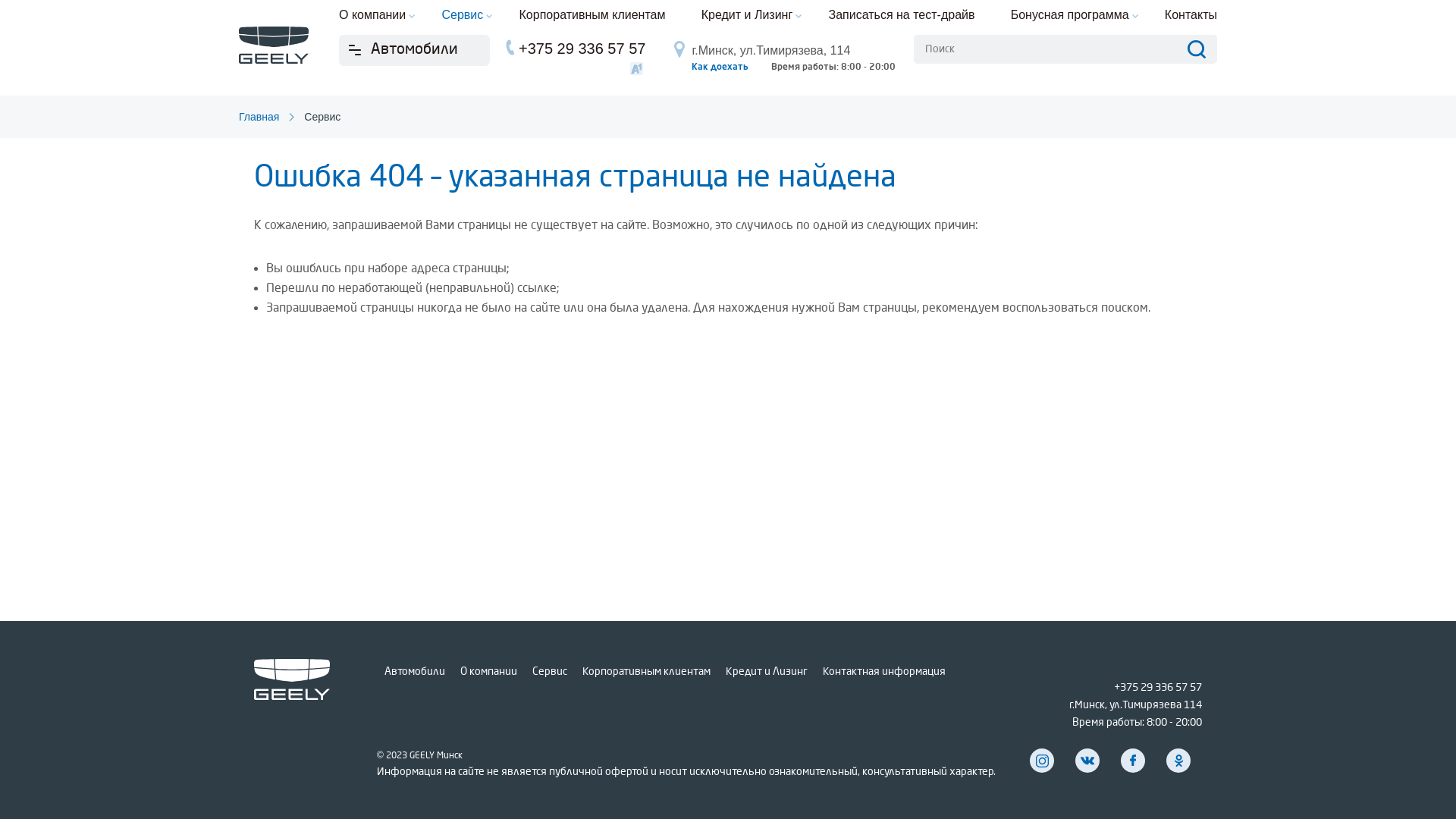 The width and height of the screenshot is (1456, 819). I want to click on '+375 29 336 57 57', so click(1156, 687).